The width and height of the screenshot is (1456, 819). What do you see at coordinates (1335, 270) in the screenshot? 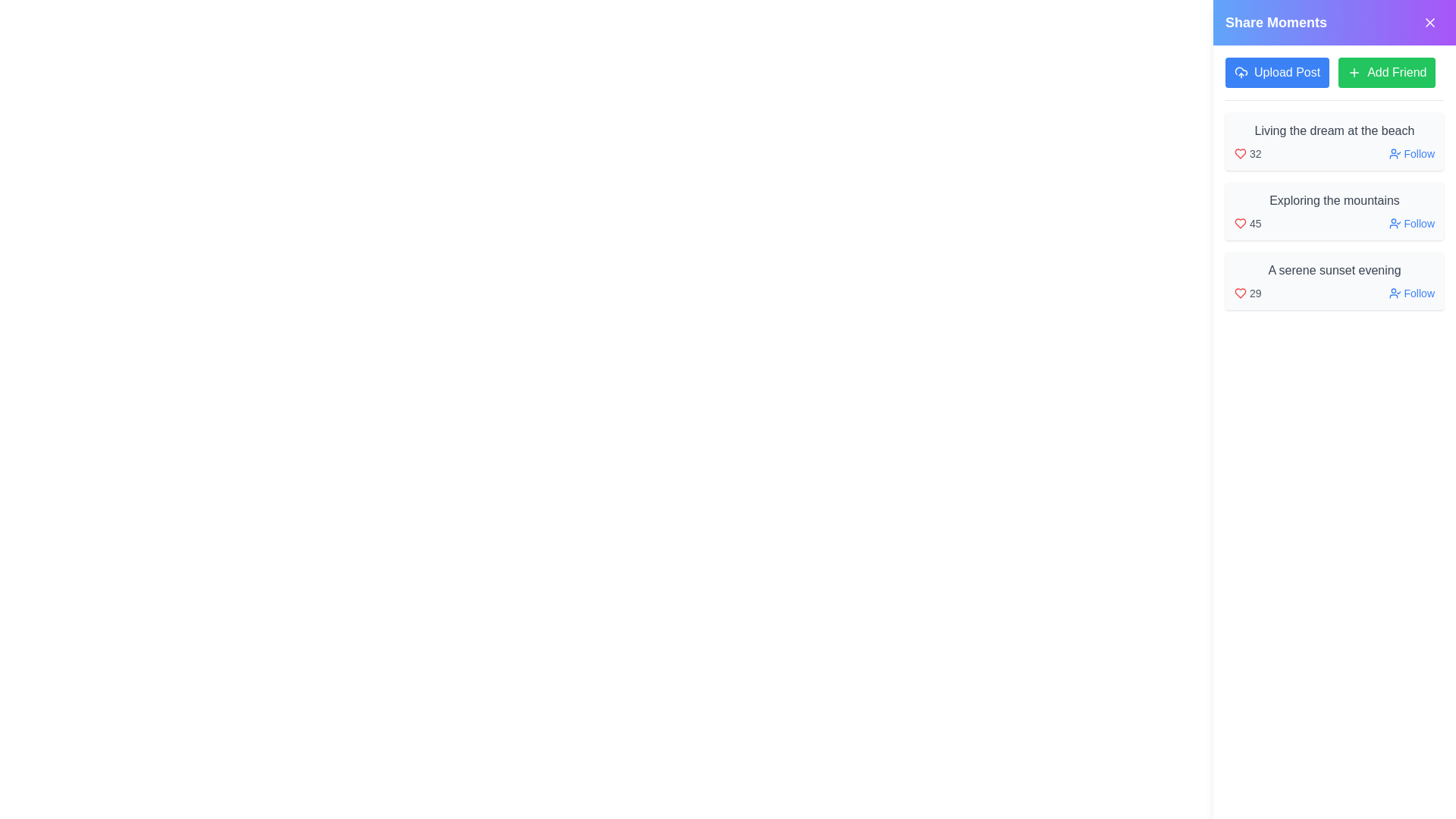
I see `the primary text element that serves as a descriptive title or summary within the vertically aligned card located at the top portion` at bounding box center [1335, 270].